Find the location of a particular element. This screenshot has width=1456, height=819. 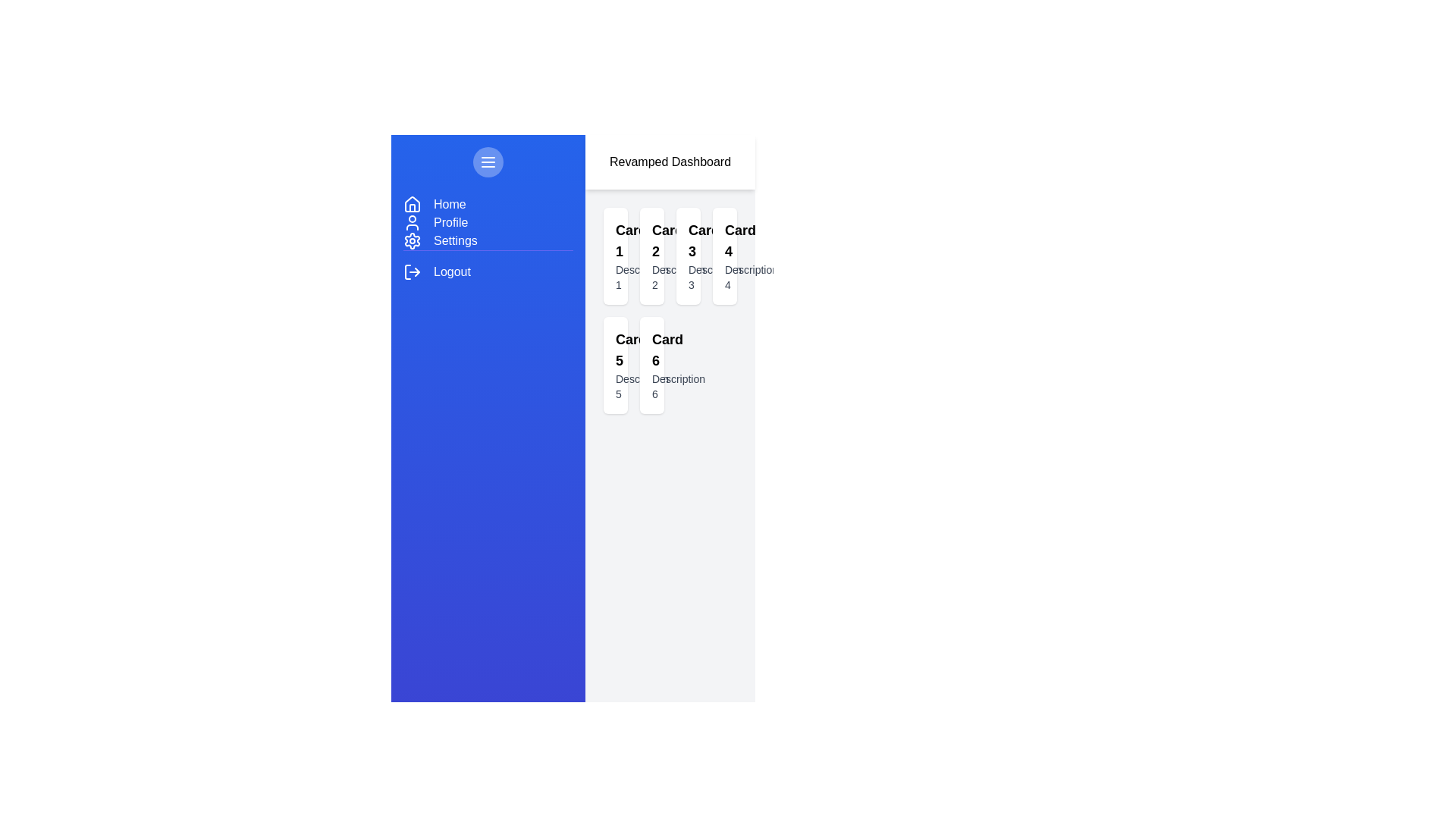

the 'Home' label in the side menu, which displays white font on a blue background and is located near the top-left corner of the interface is located at coordinates (449, 205).